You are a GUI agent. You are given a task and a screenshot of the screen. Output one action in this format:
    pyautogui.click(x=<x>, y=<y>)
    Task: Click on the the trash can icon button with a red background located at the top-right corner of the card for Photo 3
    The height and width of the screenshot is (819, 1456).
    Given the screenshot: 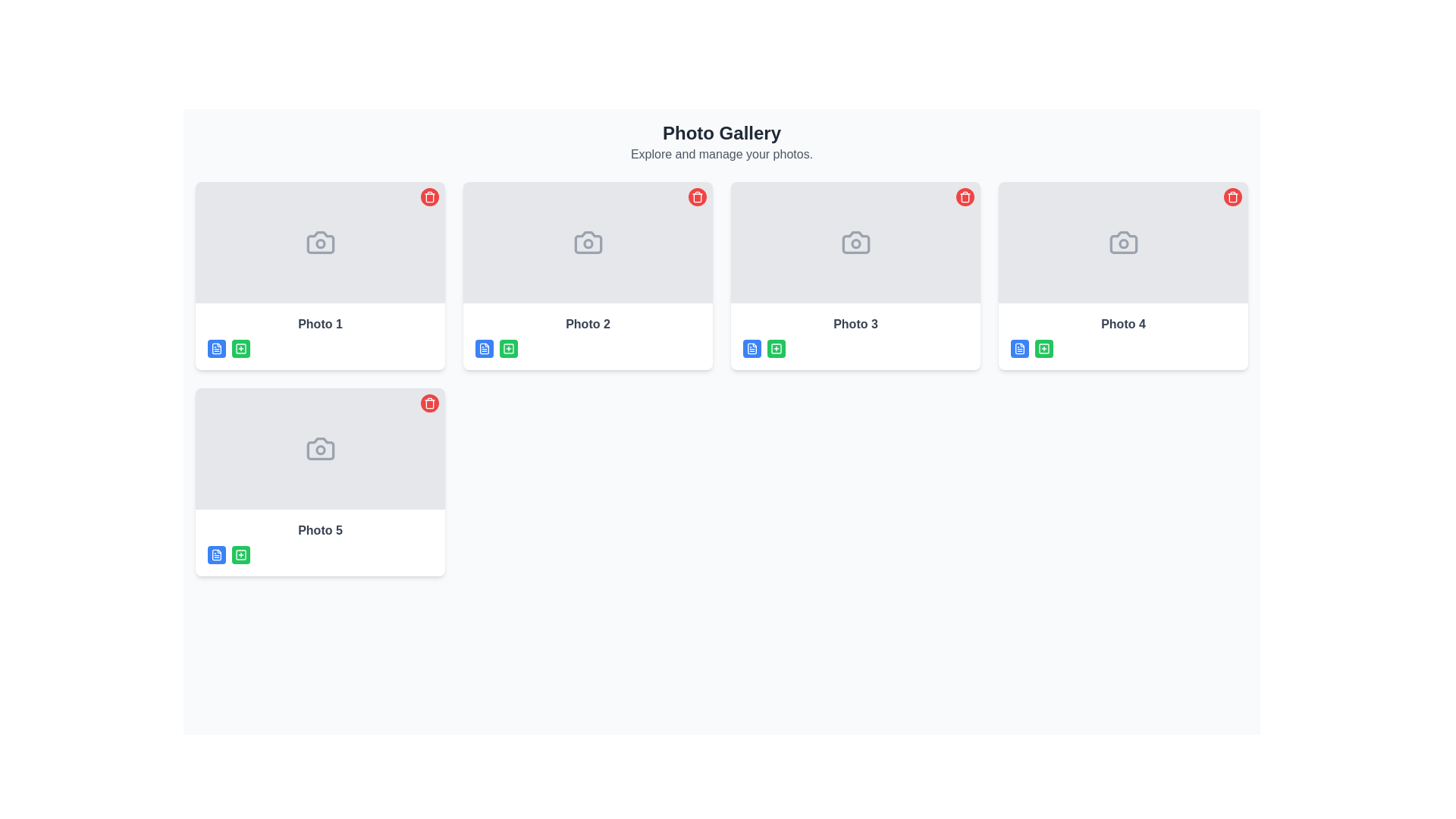 What is the action you would take?
    pyautogui.click(x=964, y=196)
    